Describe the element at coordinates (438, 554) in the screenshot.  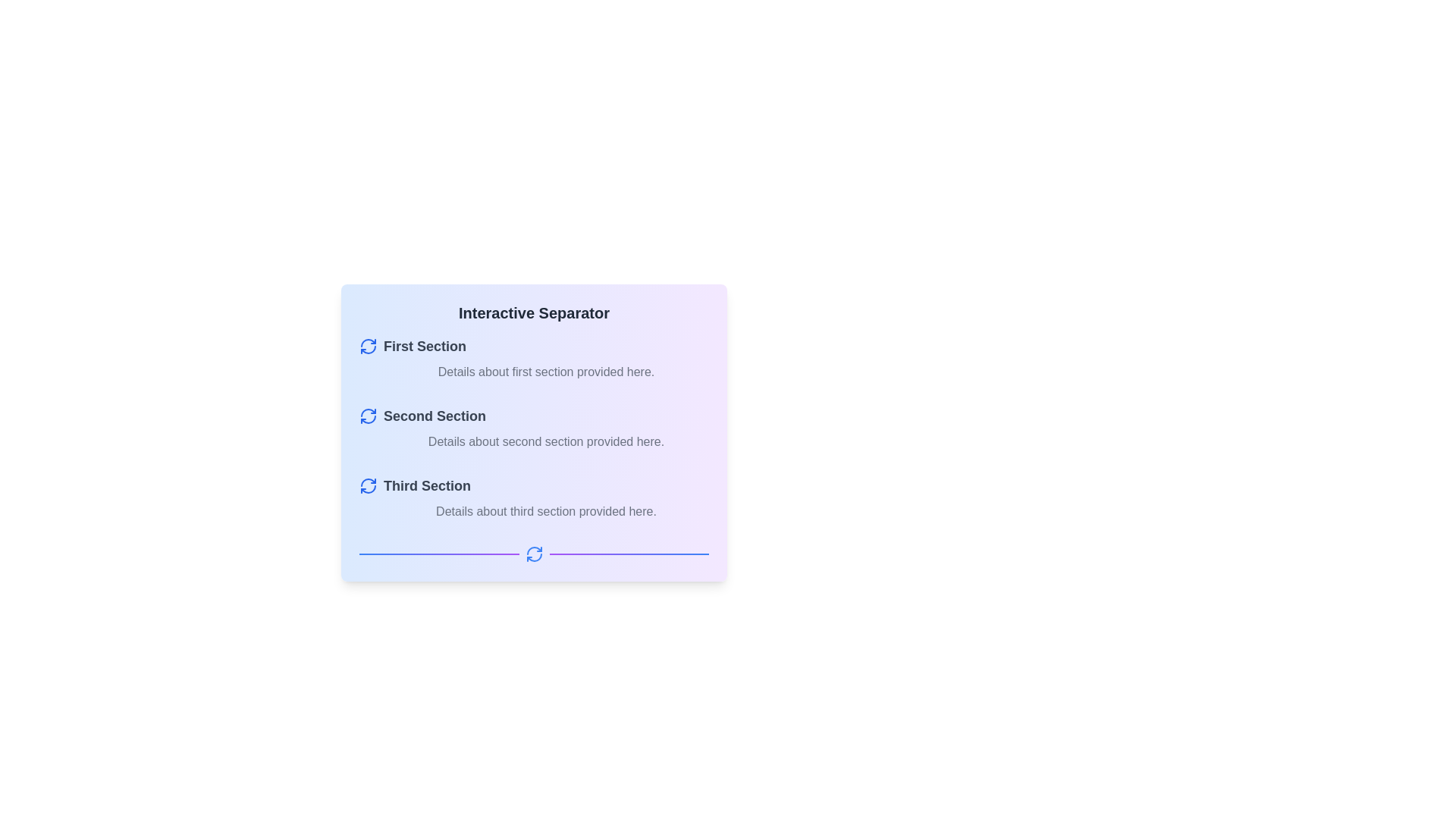
I see `the decorative horizontal separator positioned to the left of the refresh icon, which serves as a visual section break` at that location.